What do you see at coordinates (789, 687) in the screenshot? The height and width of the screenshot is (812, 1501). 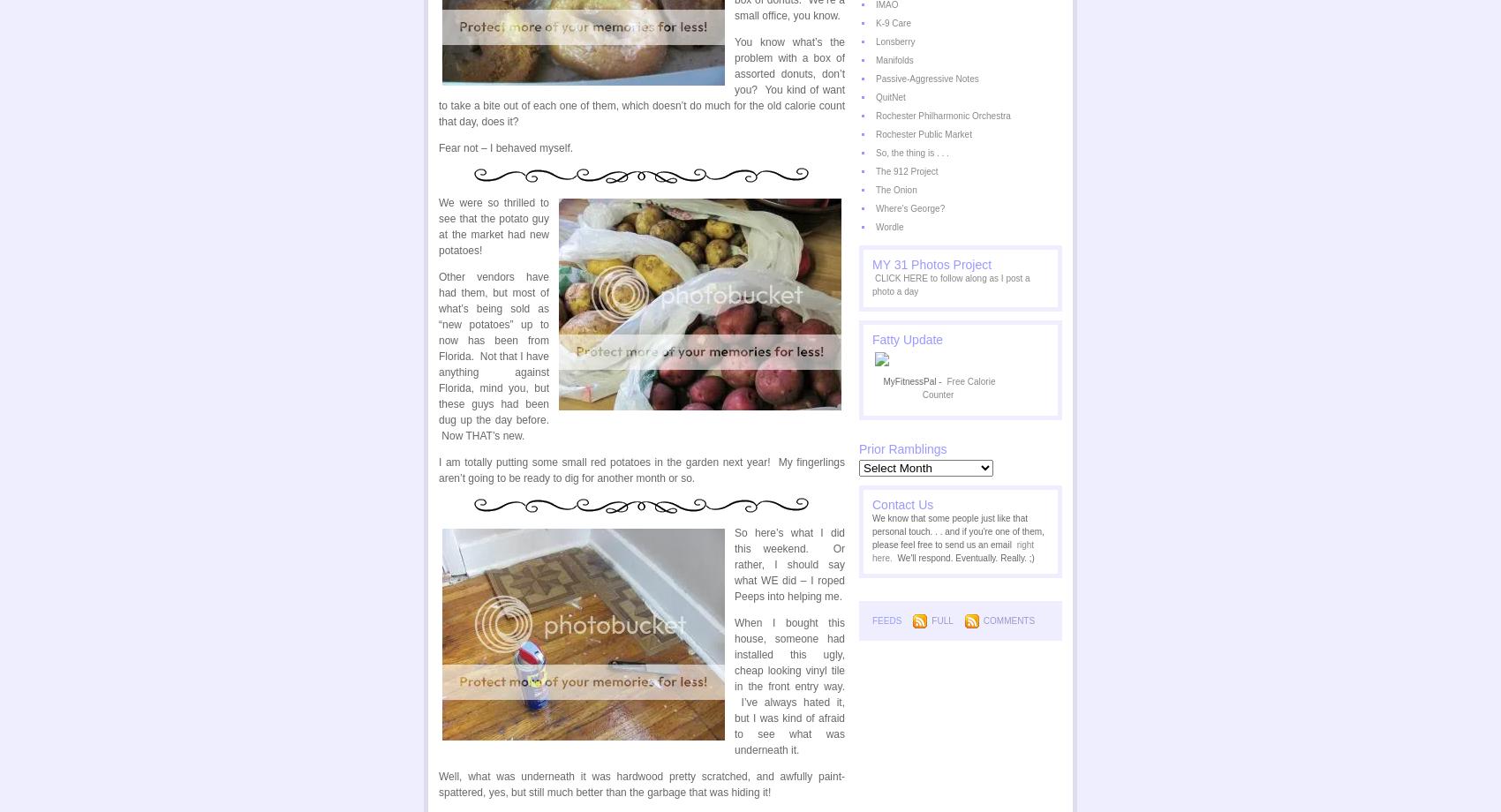 I see `'When I bought this house, someone had installed this ugly, cheap looking vinyl tile in the front entry way.  I’ve always hated it, but I was kind of afraid to see what was underneath it.'` at bounding box center [789, 687].